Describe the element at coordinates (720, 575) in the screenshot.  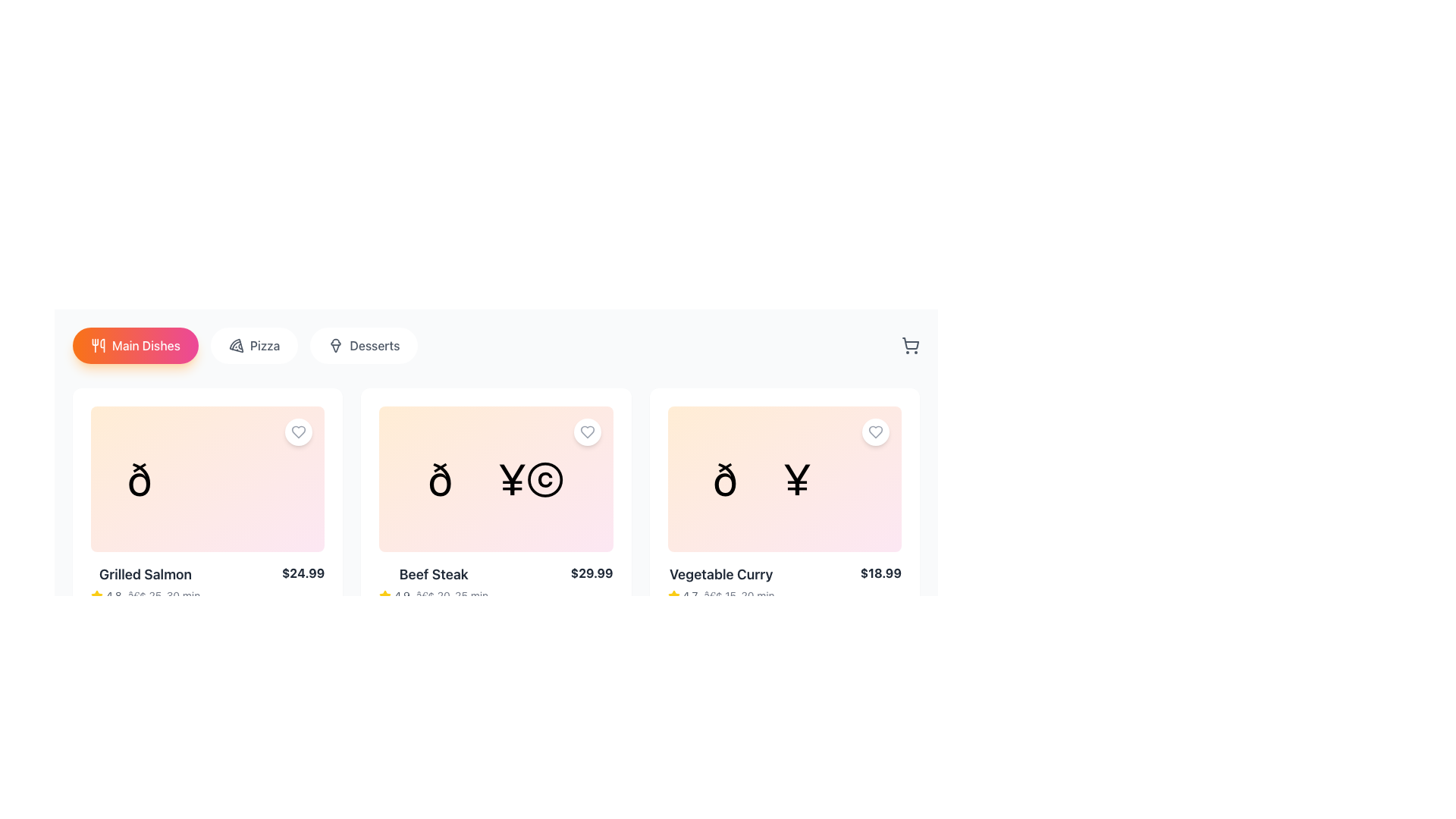
I see `the static text label displaying 'Vegetable Curry', which is styled in bold and large font, located in the rightmost card below the icon graphics` at that location.